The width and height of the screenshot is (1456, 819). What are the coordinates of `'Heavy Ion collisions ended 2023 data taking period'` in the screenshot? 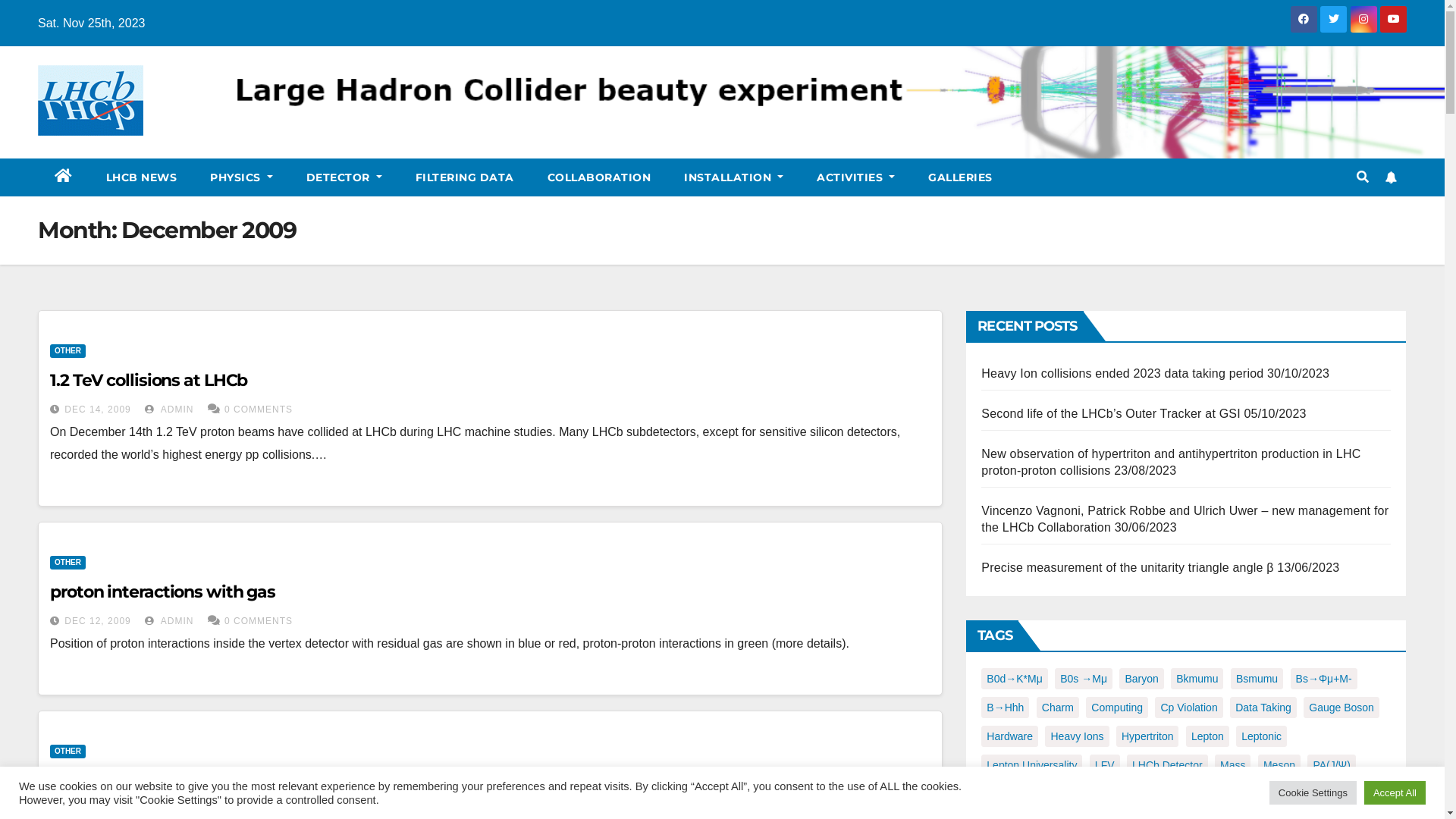 It's located at (1122, 373).